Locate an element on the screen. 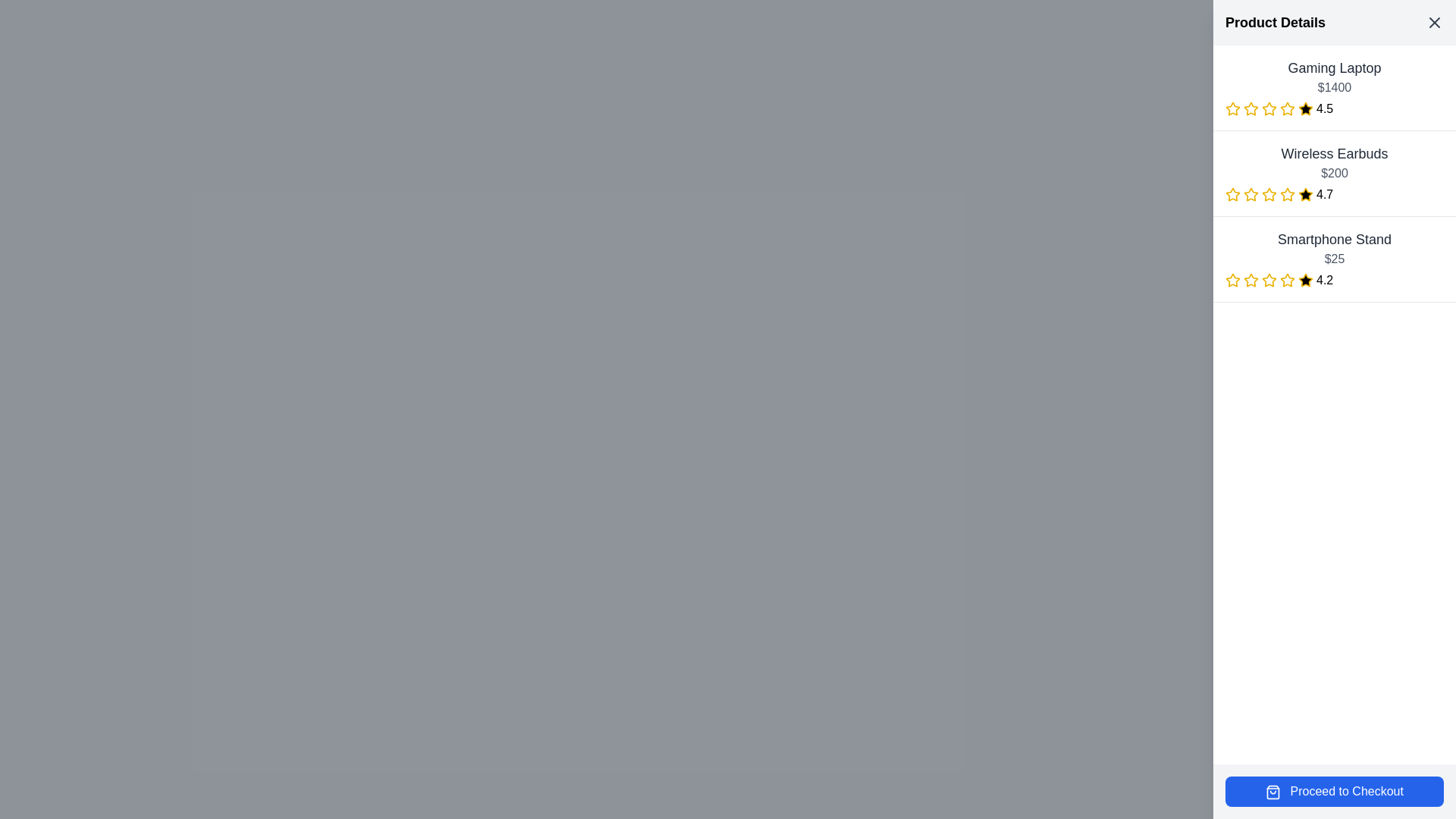  the close button (X symbol) located in the upper-right corner of the 'Product Details' sidebar is located at coordinates (1433, 23).